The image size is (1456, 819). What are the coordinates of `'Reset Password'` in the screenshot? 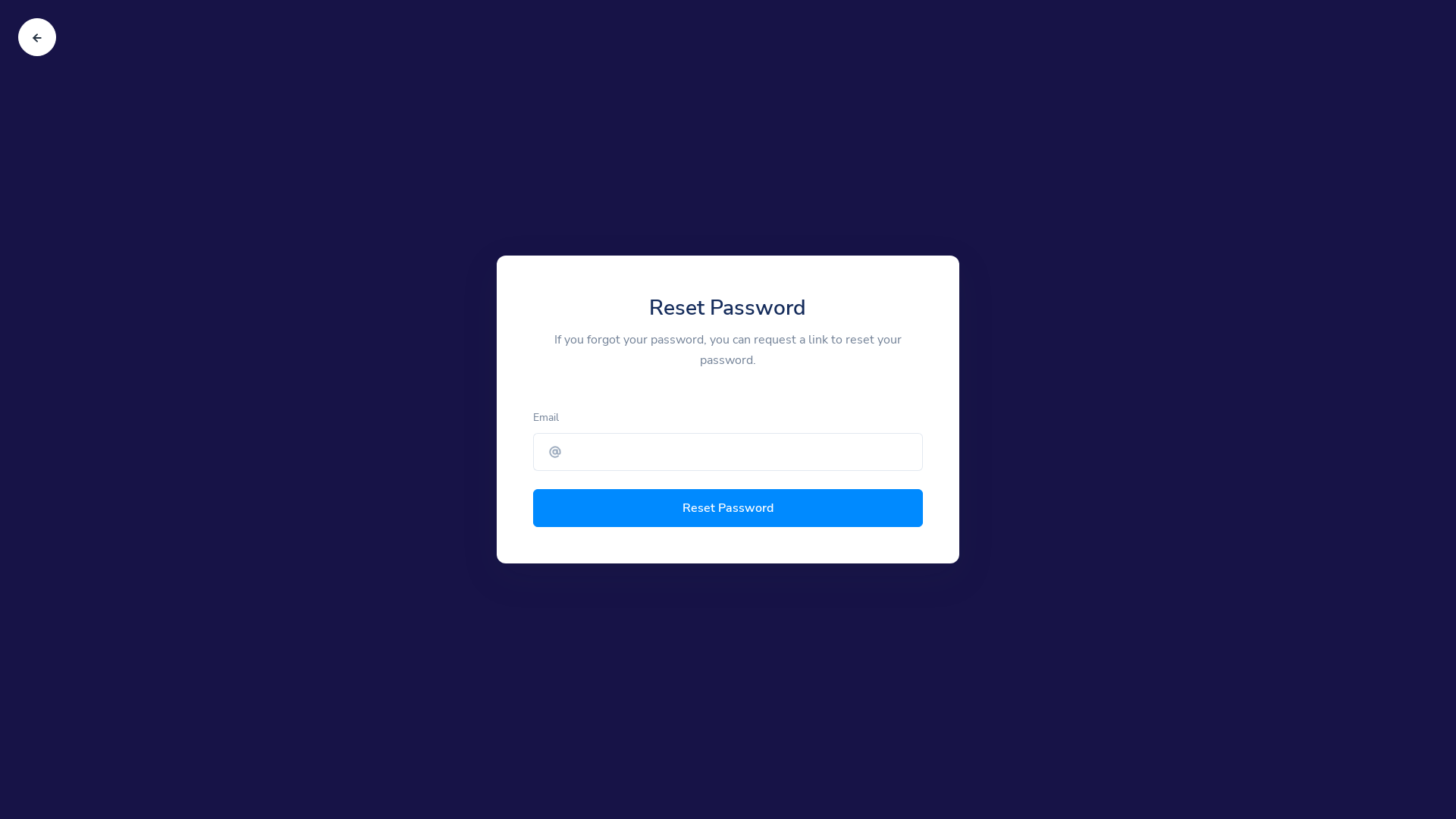 It's located at (728, 508).